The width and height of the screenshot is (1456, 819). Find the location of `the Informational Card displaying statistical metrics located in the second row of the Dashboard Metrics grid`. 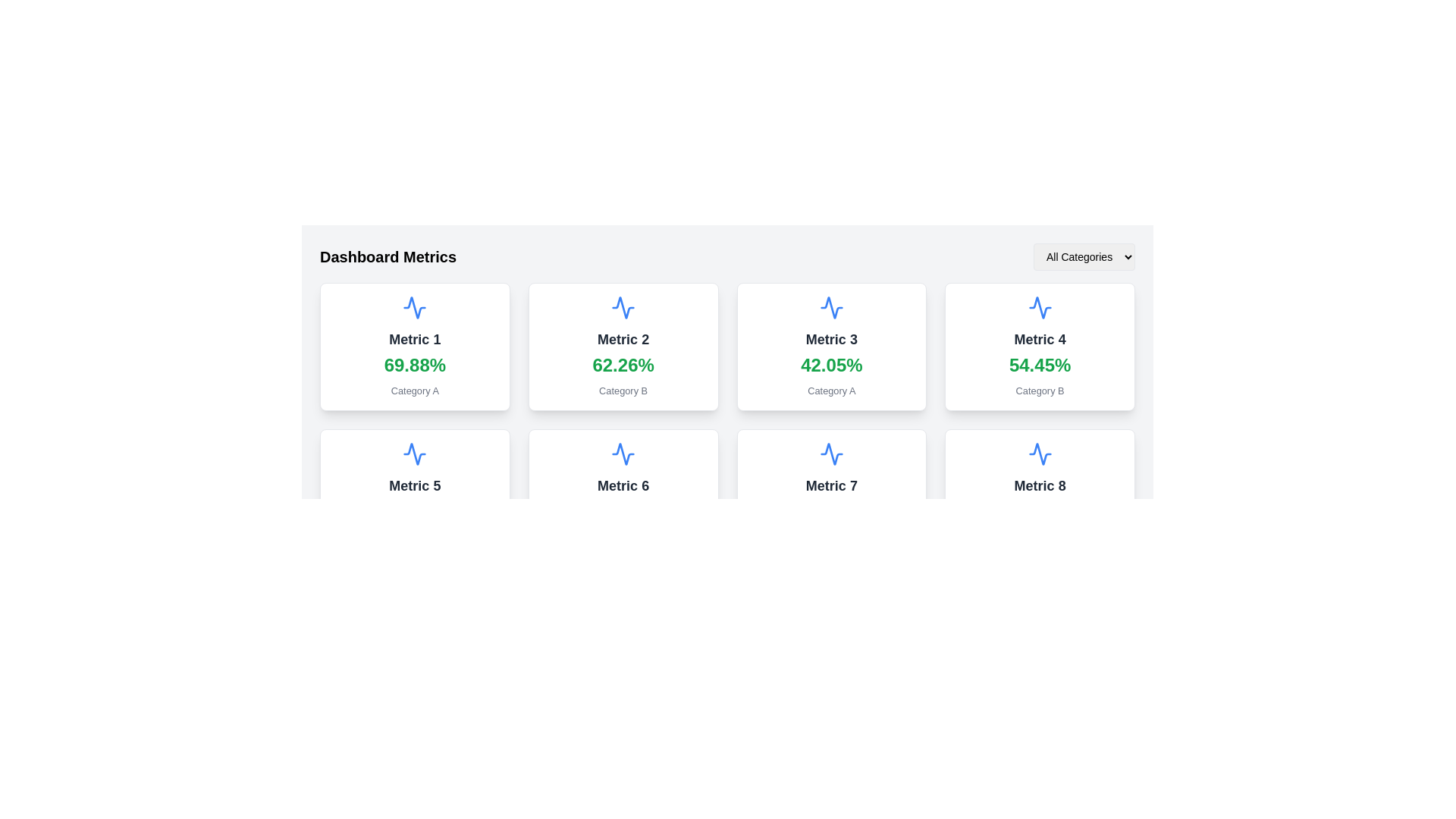

the Informational Card displaying statistical metrics located in the second row of the Dashboard Metrics grid is located at coordinates (1039, 493).